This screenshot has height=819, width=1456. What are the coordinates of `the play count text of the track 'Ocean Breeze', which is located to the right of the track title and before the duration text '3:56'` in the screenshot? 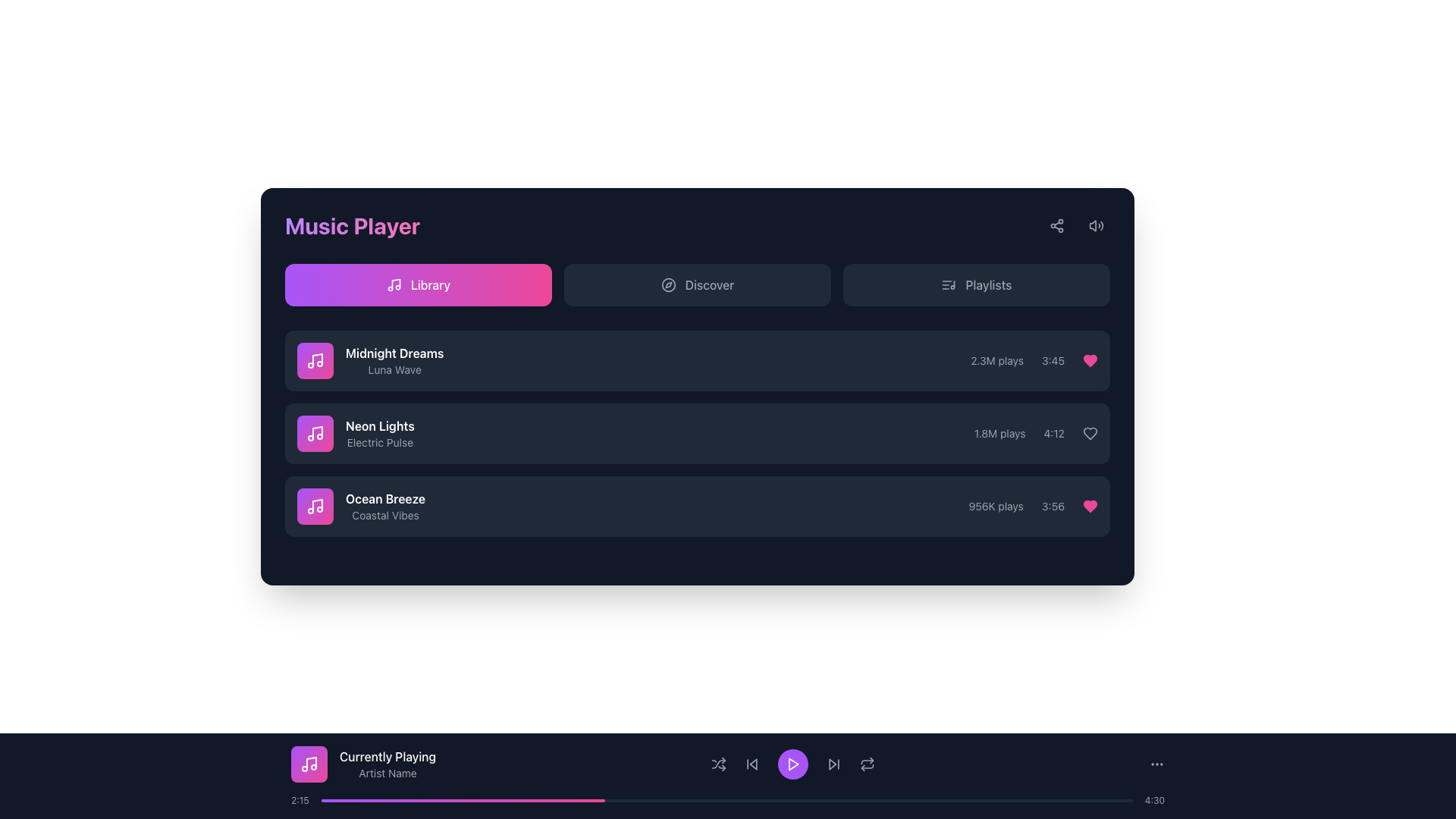 It's located at (996, 506).